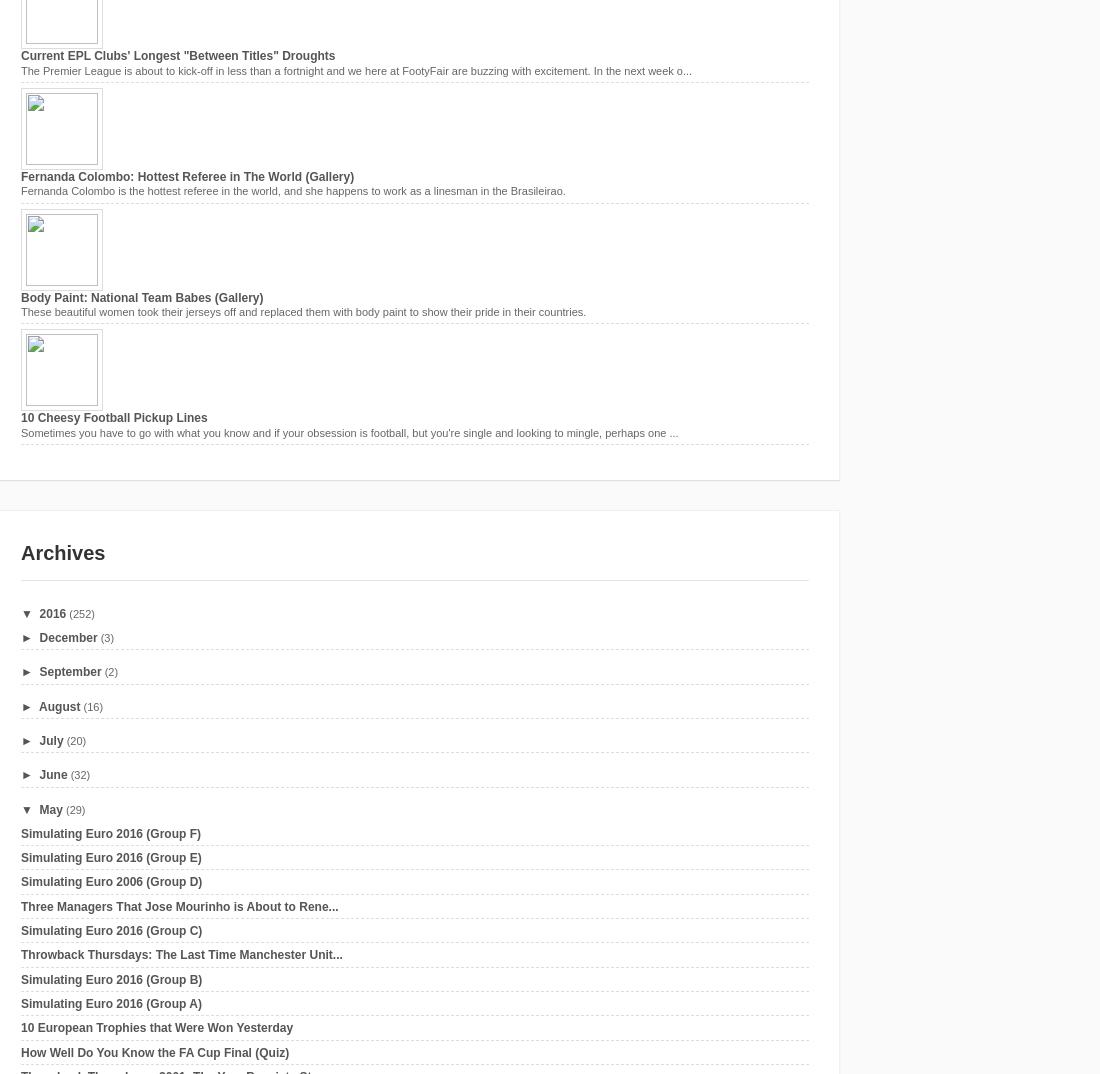 The width and height of the screenshot is (1100, 1074). I want to click on 'Archives', so click(62, 551).